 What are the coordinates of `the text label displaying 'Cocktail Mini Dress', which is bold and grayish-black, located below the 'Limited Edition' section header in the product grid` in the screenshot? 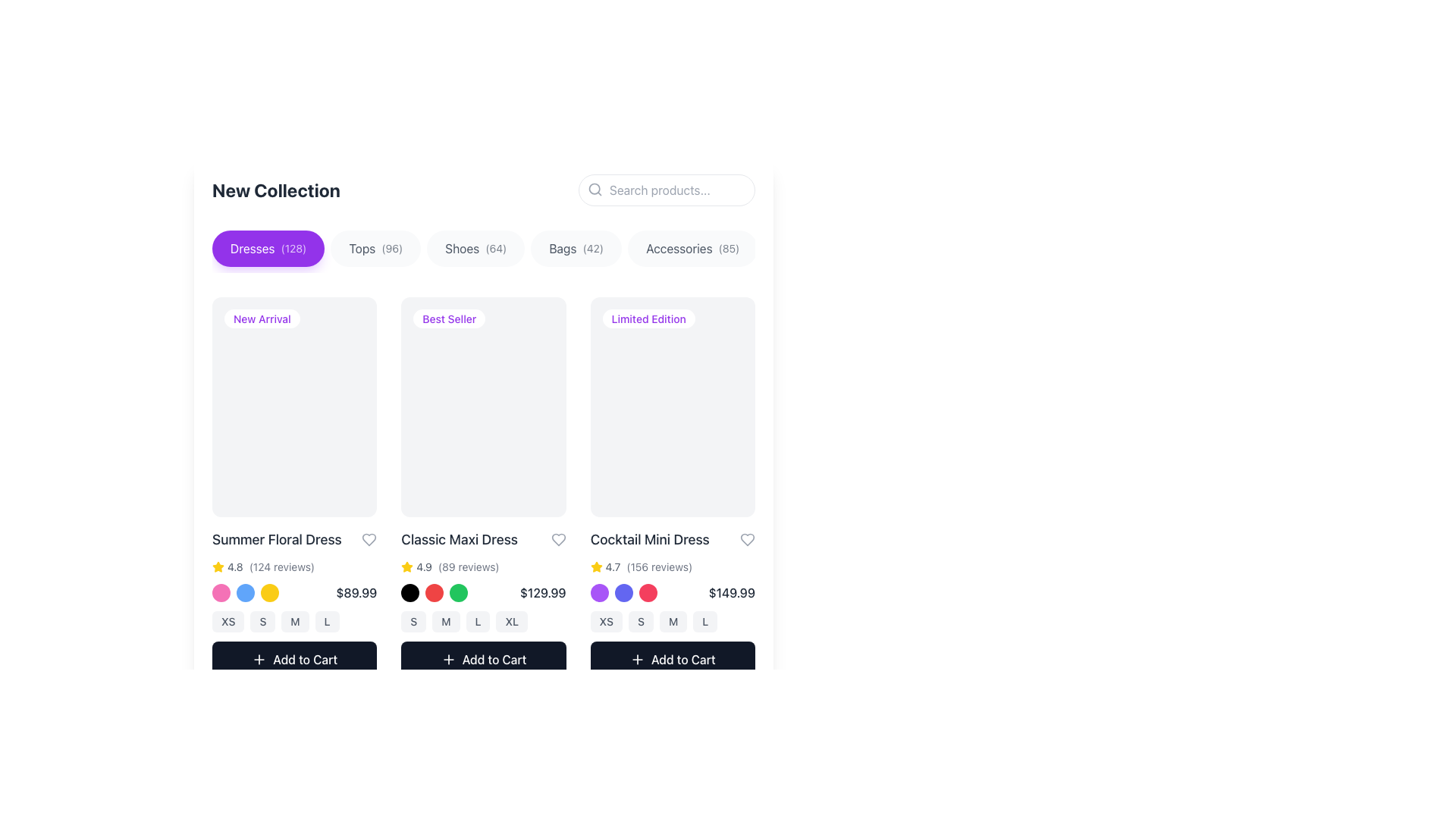 It's located at (650, 538).